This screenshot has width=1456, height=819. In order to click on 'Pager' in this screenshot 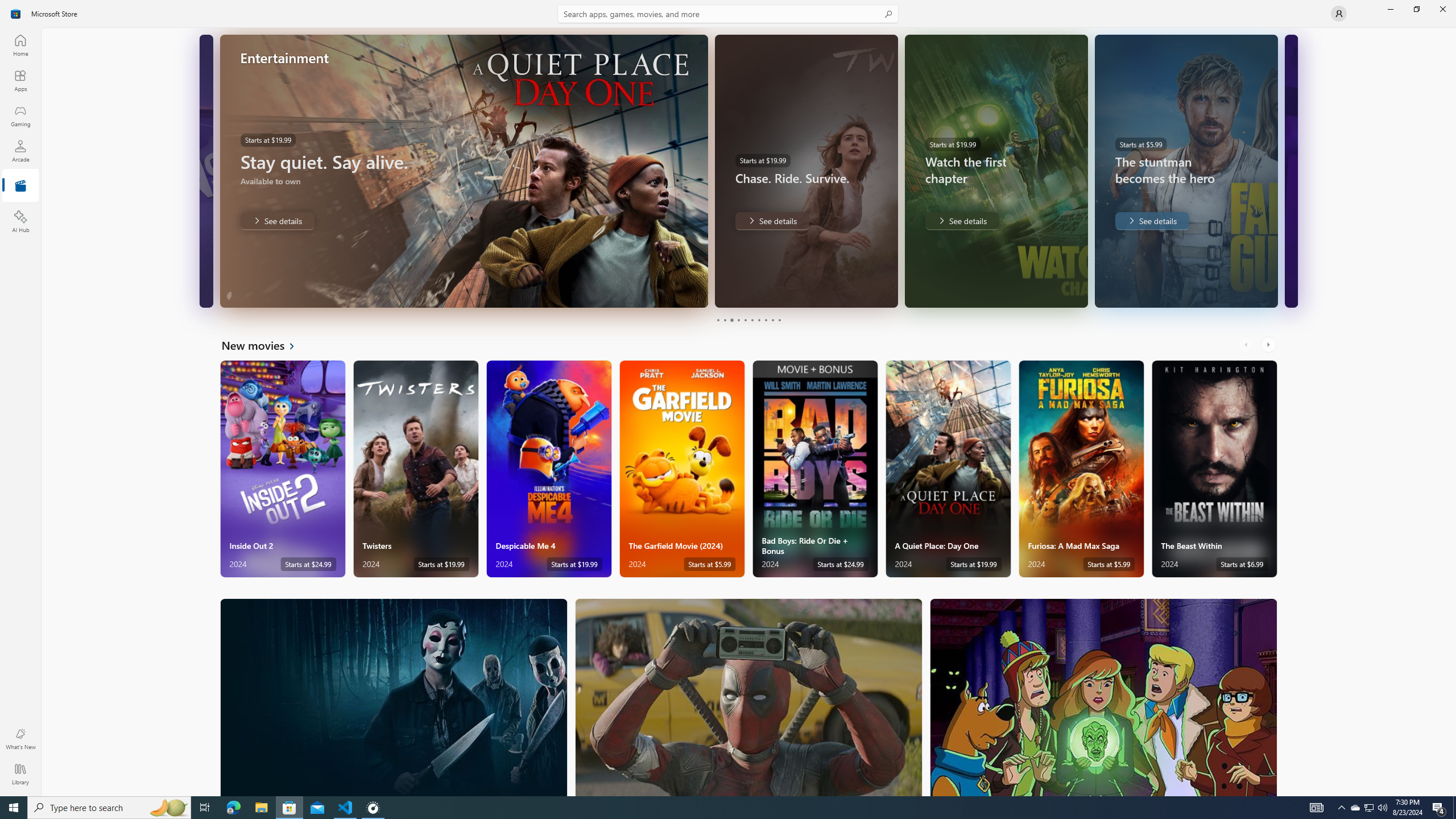, I will do `click(748, 320)`.